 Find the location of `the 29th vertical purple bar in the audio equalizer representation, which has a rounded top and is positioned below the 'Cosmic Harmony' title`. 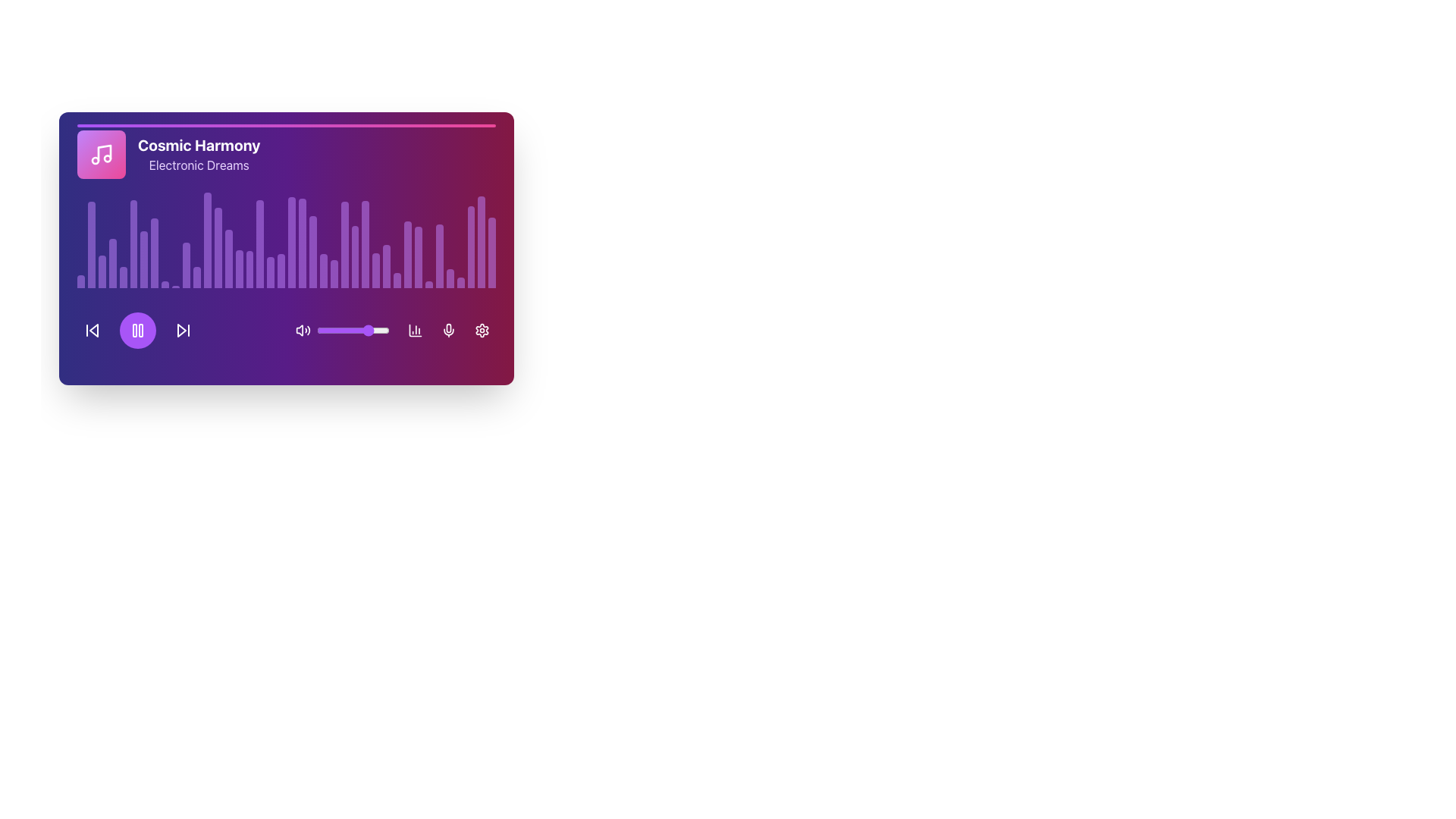

the 29th vertical purple bar in the audio equalizer representation, which has a rounded top and is positioned below the 'Cosmic Harmony' title is located at coordinates (387, 265).